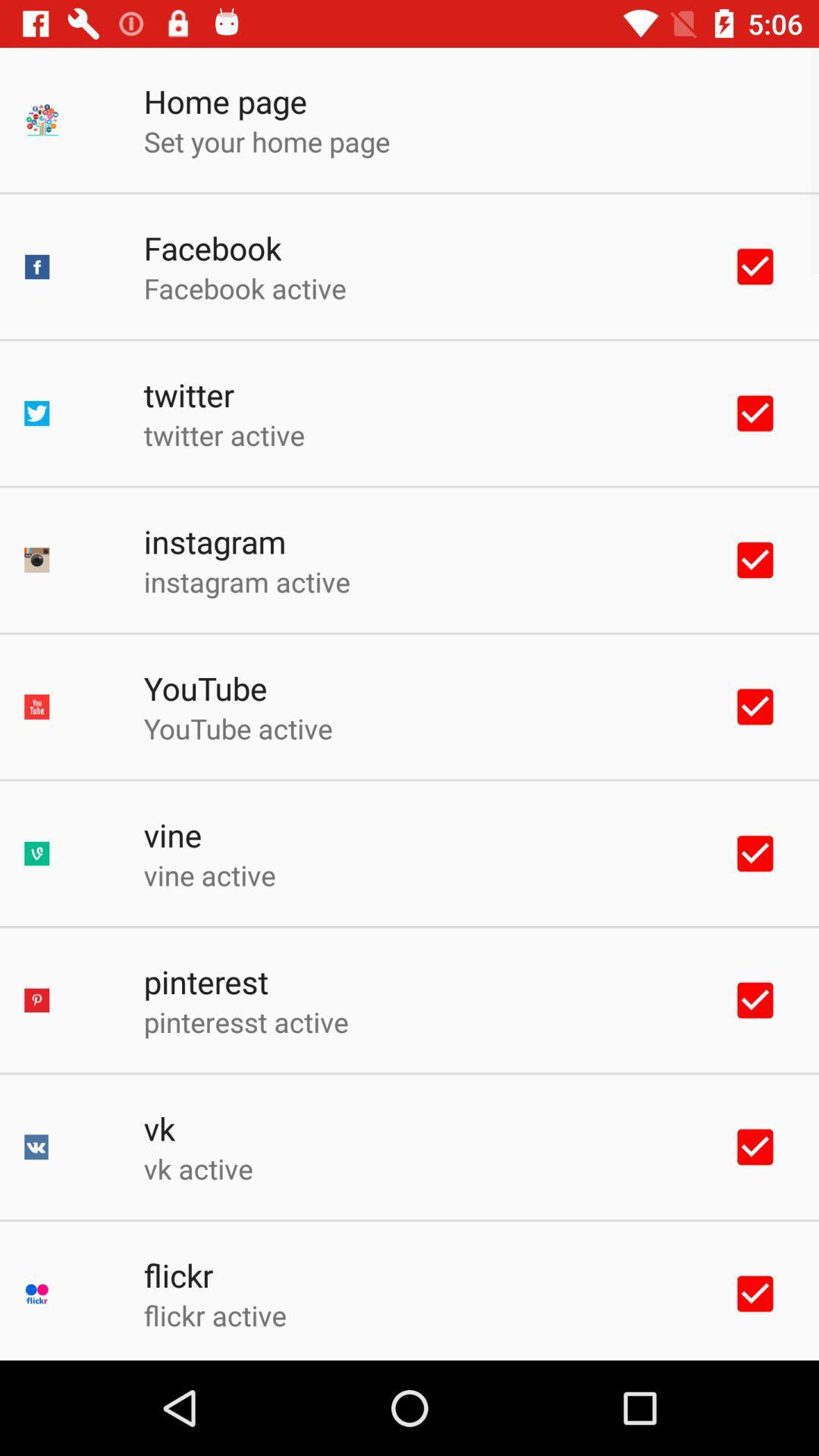 This screenshot has width=819, height=1456. What do you see at coordinates (206, 981) in the screenshot?
I see `the pinterest` at bounding box center [206, 981].